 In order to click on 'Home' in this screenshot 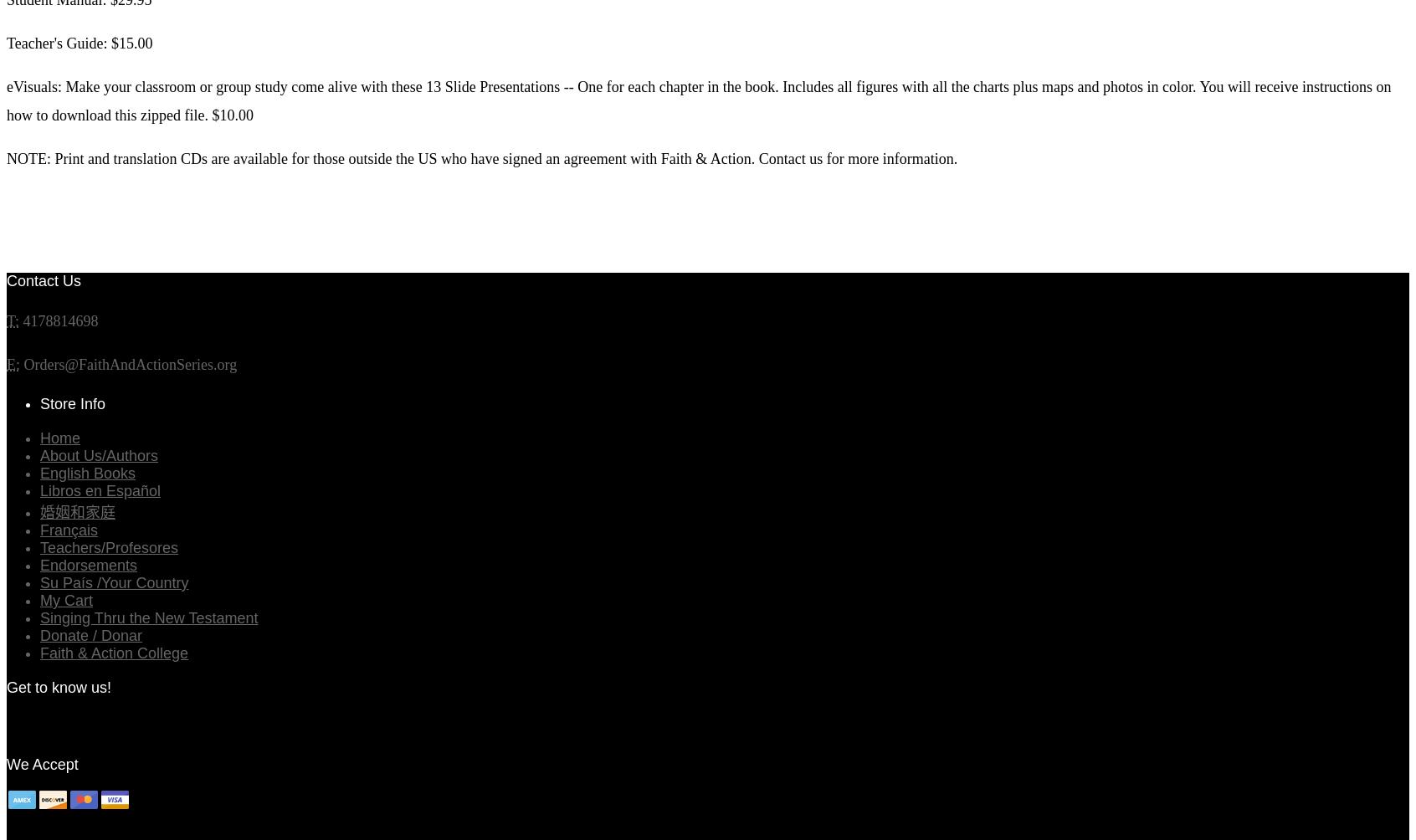, I will do `click(60, 437)`.